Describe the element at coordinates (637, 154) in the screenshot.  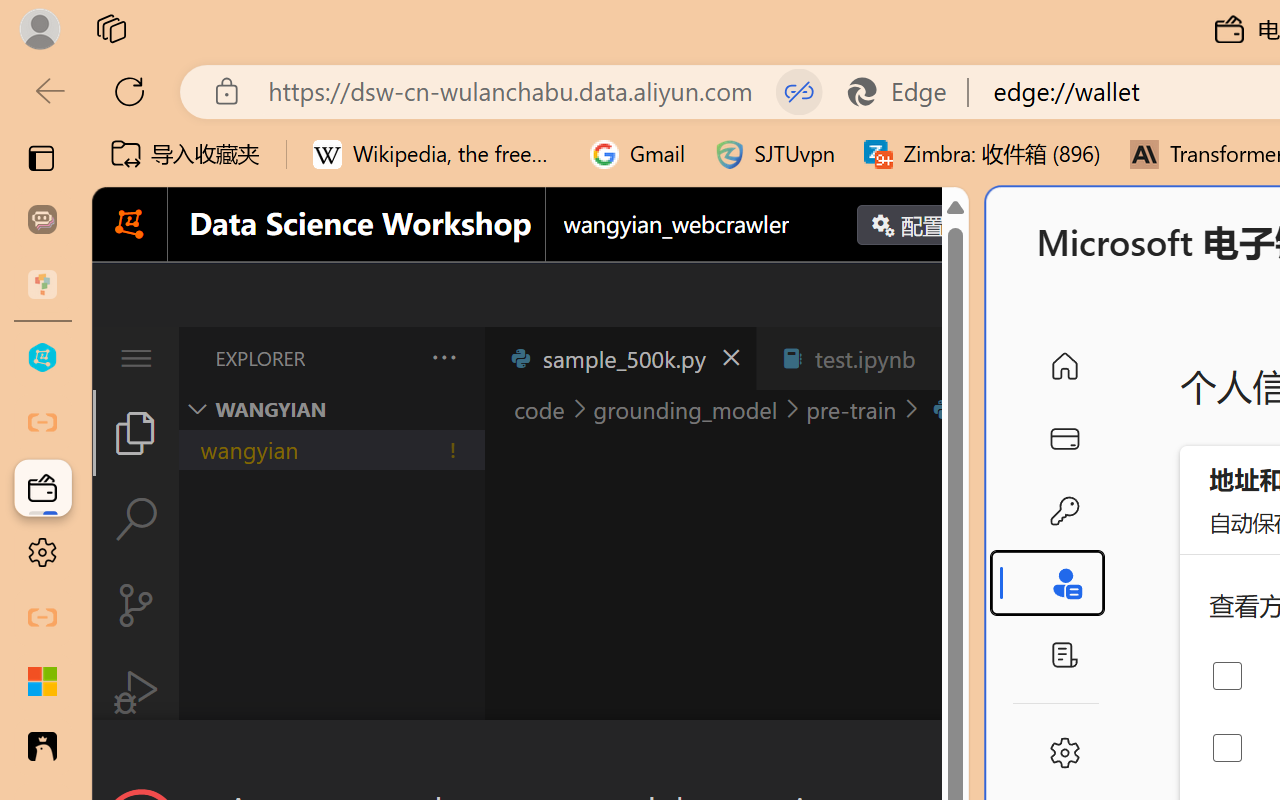
I see `'Gmail'` at that location.